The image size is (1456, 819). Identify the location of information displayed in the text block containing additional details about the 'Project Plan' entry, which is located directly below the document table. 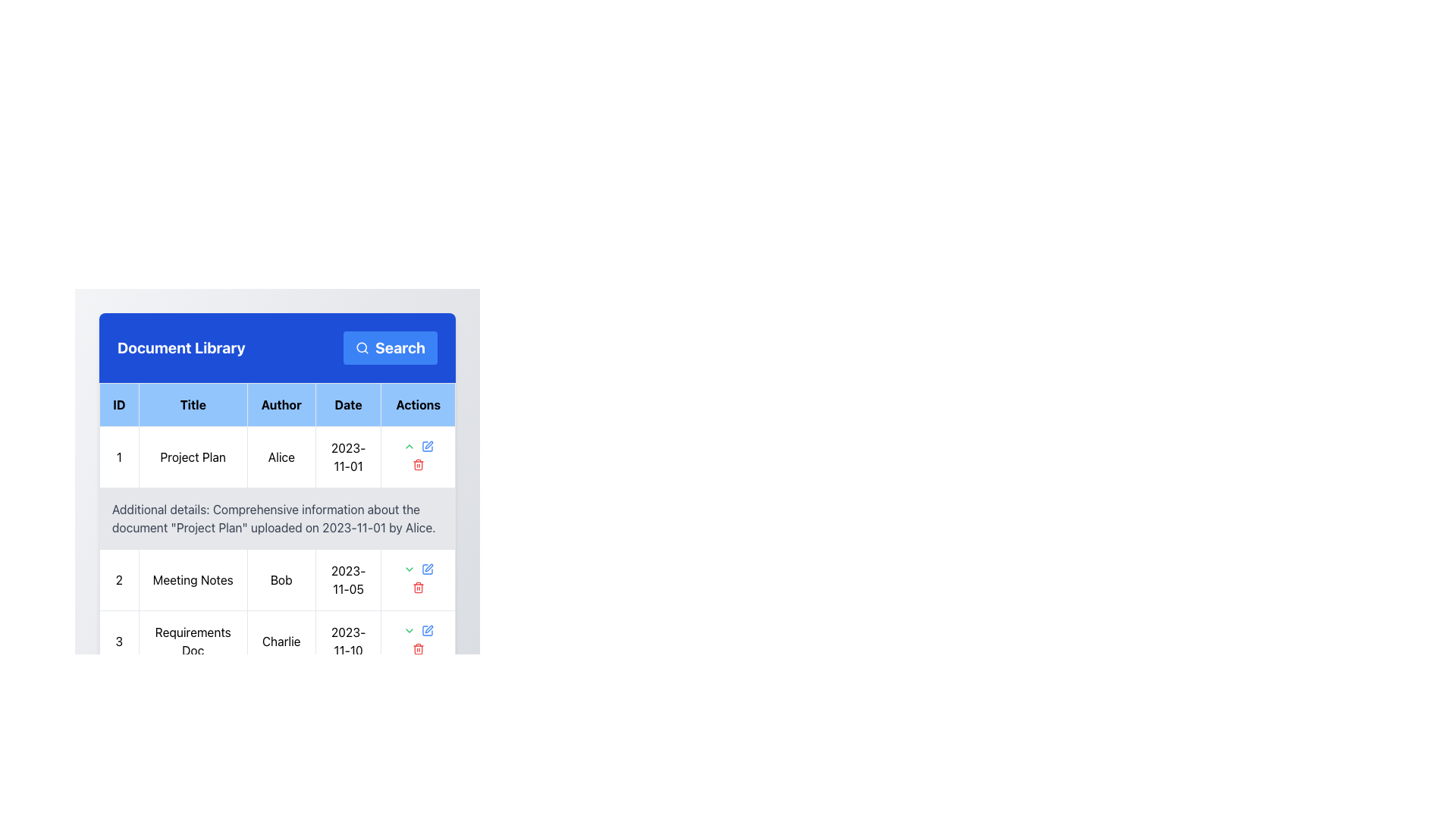
(277, 517).